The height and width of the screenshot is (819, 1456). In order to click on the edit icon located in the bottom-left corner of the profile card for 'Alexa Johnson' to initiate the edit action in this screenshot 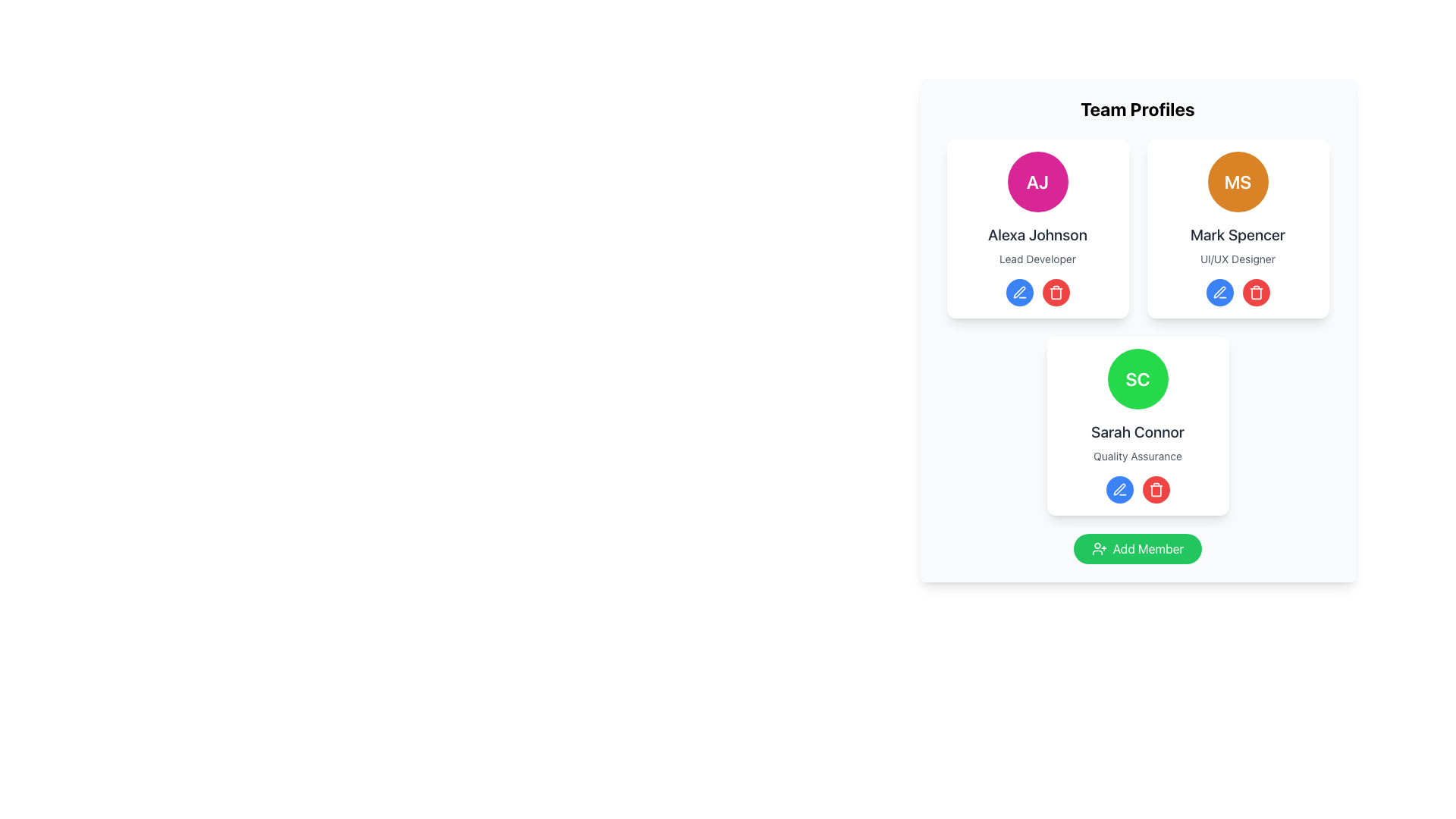, I will do `click(1019, 292)`.